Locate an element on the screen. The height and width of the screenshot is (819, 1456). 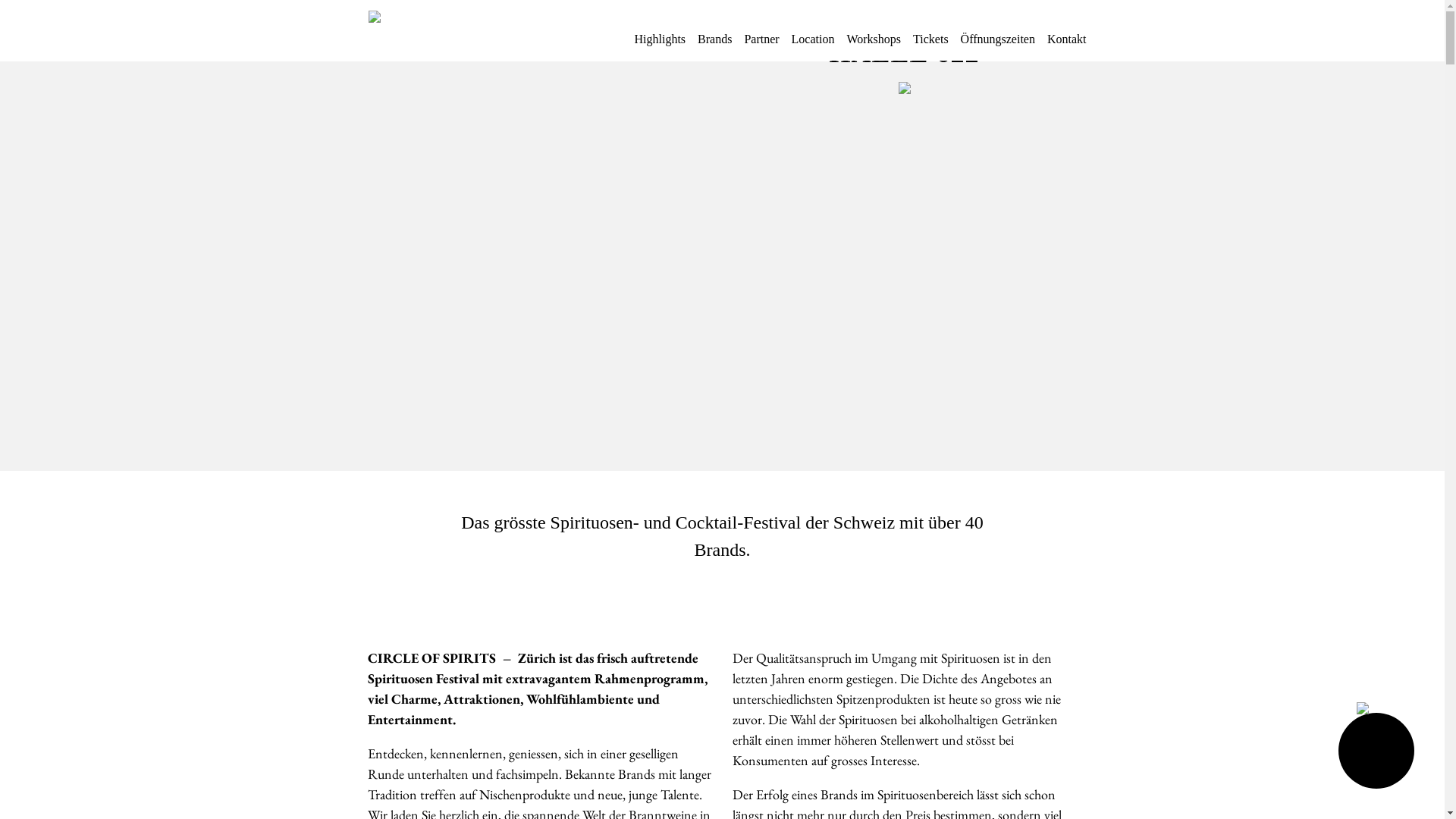
'Location' is located at coordinates (790, 45).